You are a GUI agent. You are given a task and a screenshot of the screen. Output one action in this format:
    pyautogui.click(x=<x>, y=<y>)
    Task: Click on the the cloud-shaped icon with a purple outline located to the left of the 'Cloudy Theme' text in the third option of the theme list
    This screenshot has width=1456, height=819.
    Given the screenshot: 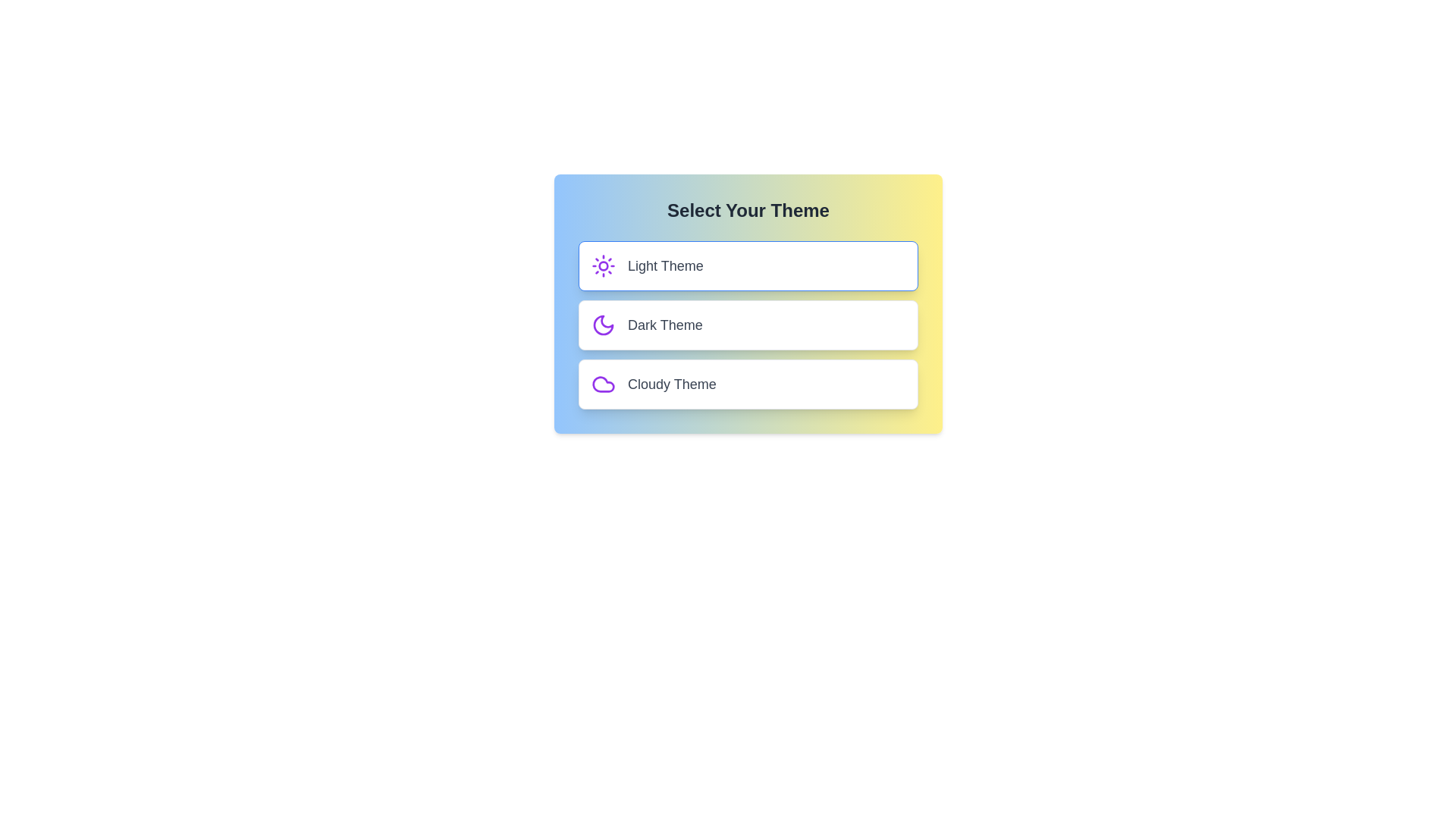 What is the action you would take?
    pyautogui.click(x=603, y=383)
    